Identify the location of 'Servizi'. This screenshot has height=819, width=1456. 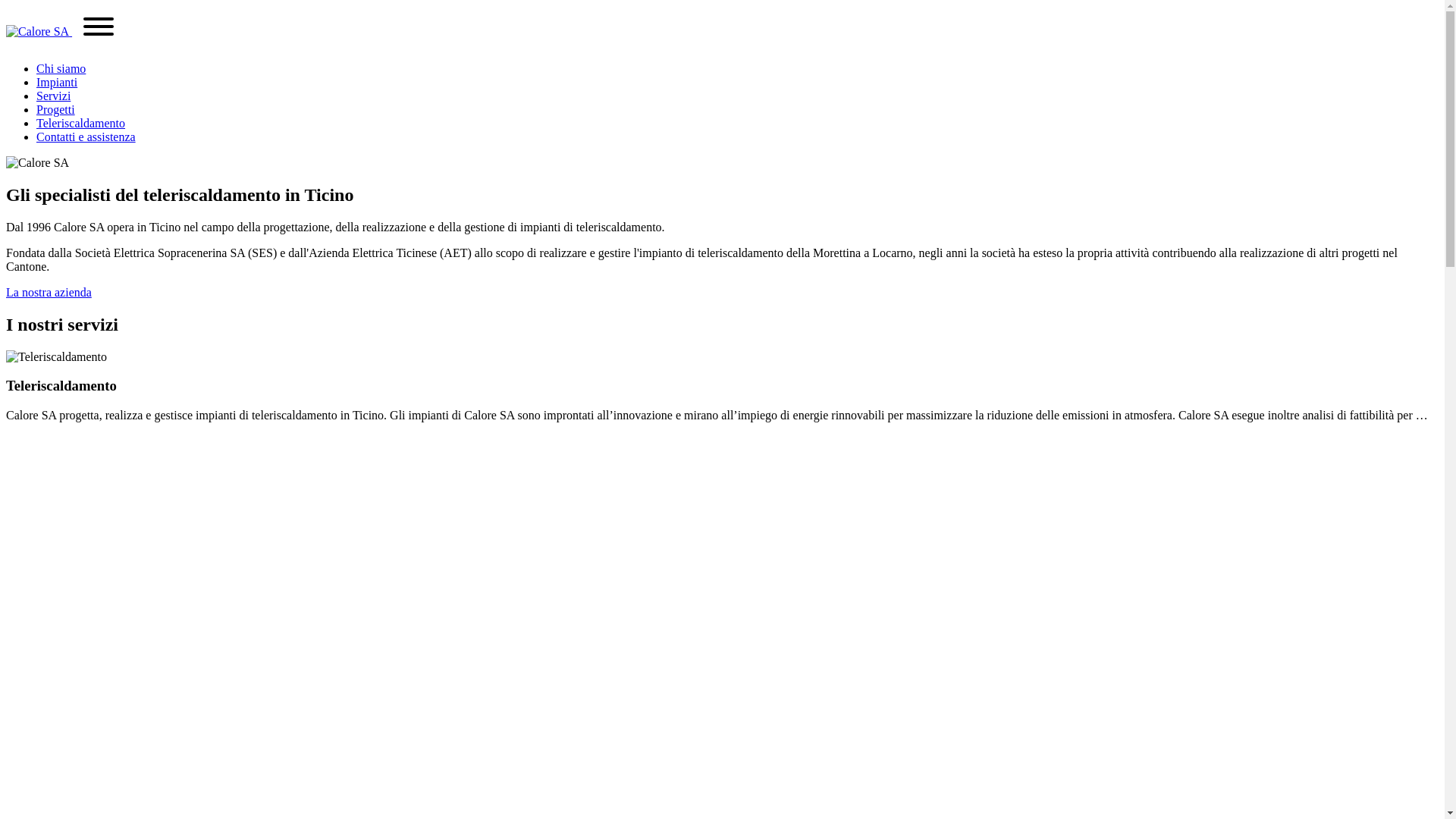
(53, 96).